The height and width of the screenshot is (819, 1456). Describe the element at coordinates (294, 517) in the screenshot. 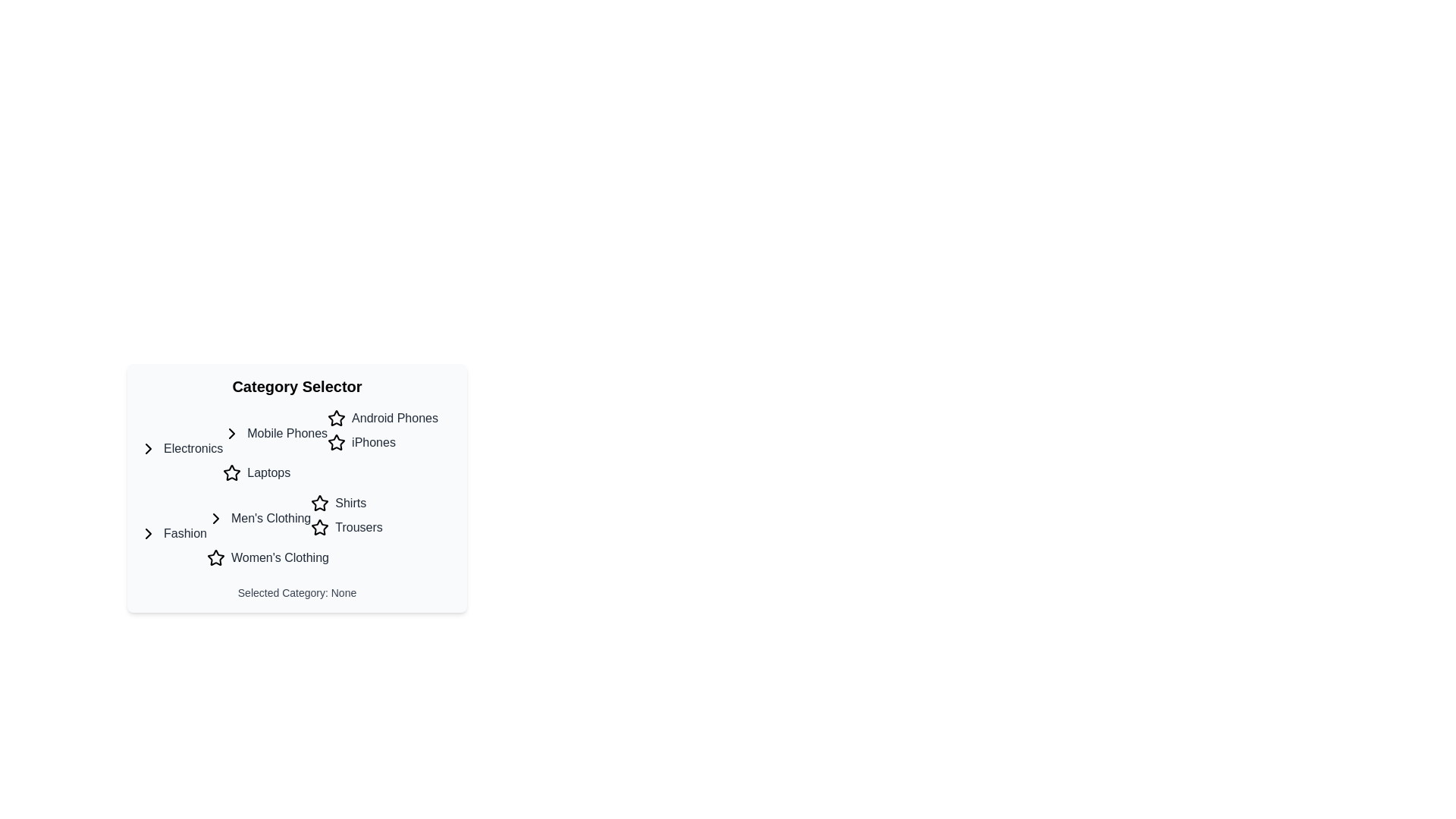

I see `the 'Men's Clothing' category list item` at that location.